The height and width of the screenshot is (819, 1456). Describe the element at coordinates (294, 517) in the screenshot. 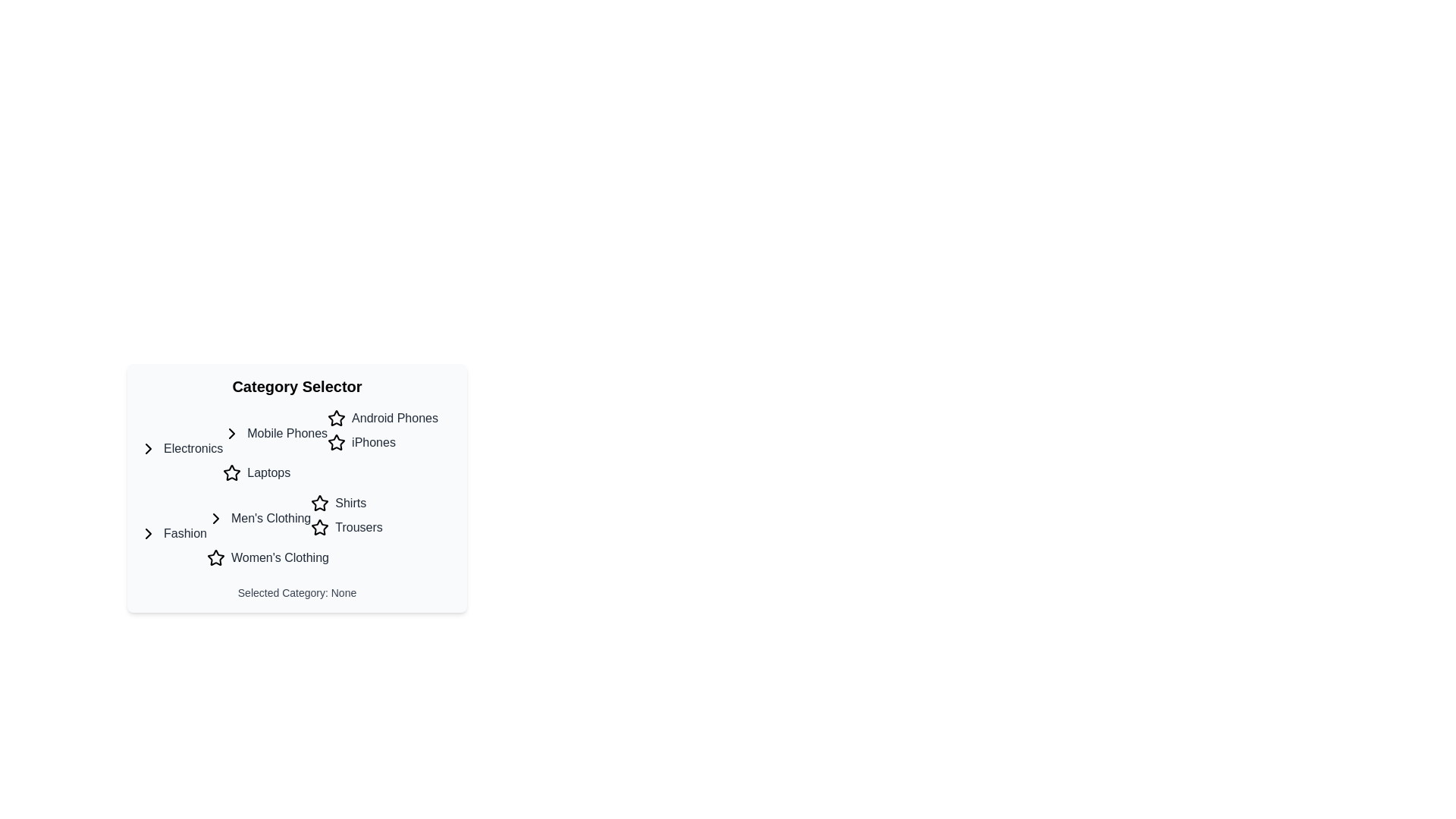

I see `the 'Men's Clothing' category list item` at that location.